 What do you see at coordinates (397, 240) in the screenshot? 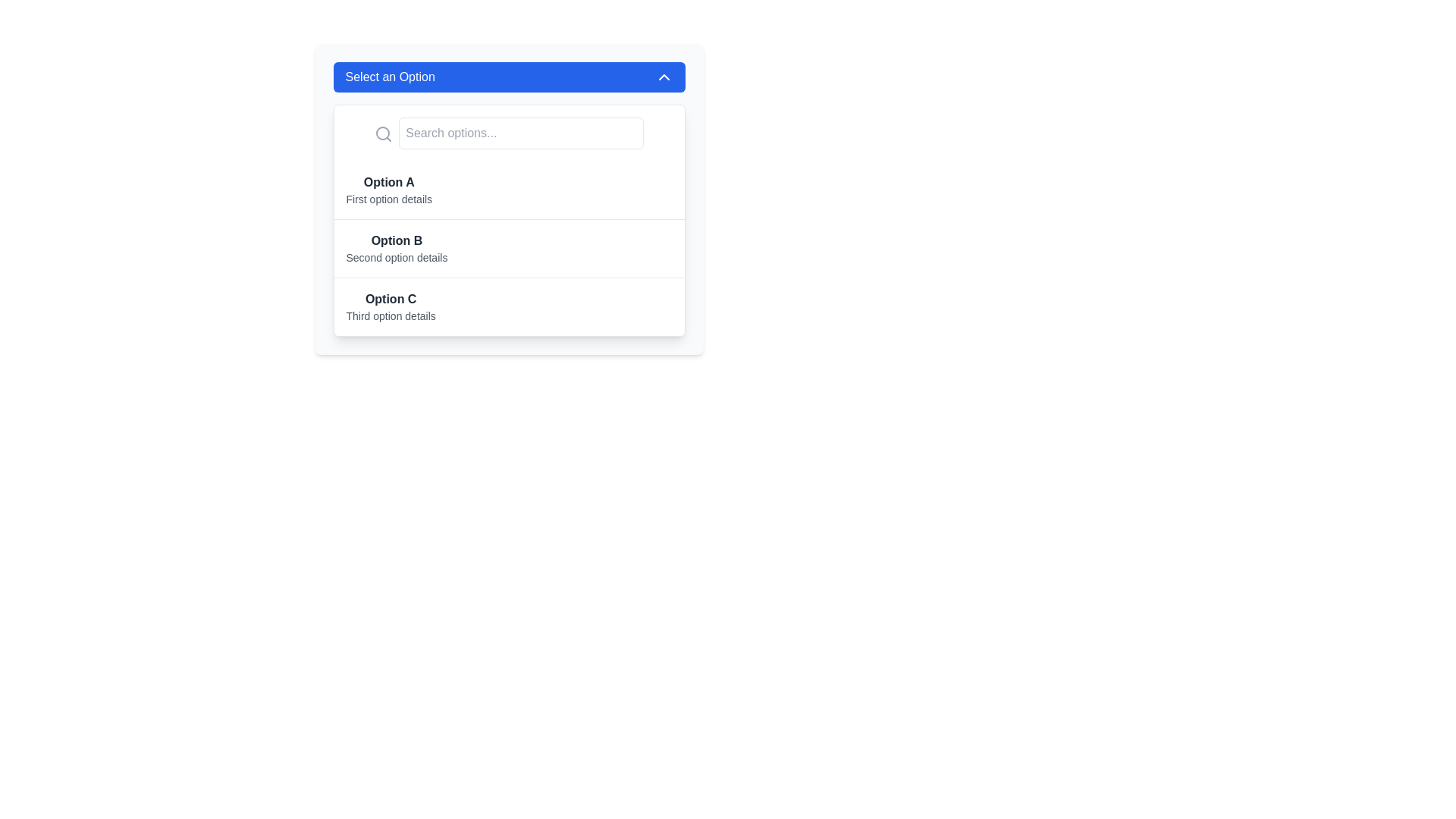
I see `the bold text label 'Option B' displayed in dark gray within the dropdown menu, which serves as the main label for the second option` at bounding box center [397, 240].